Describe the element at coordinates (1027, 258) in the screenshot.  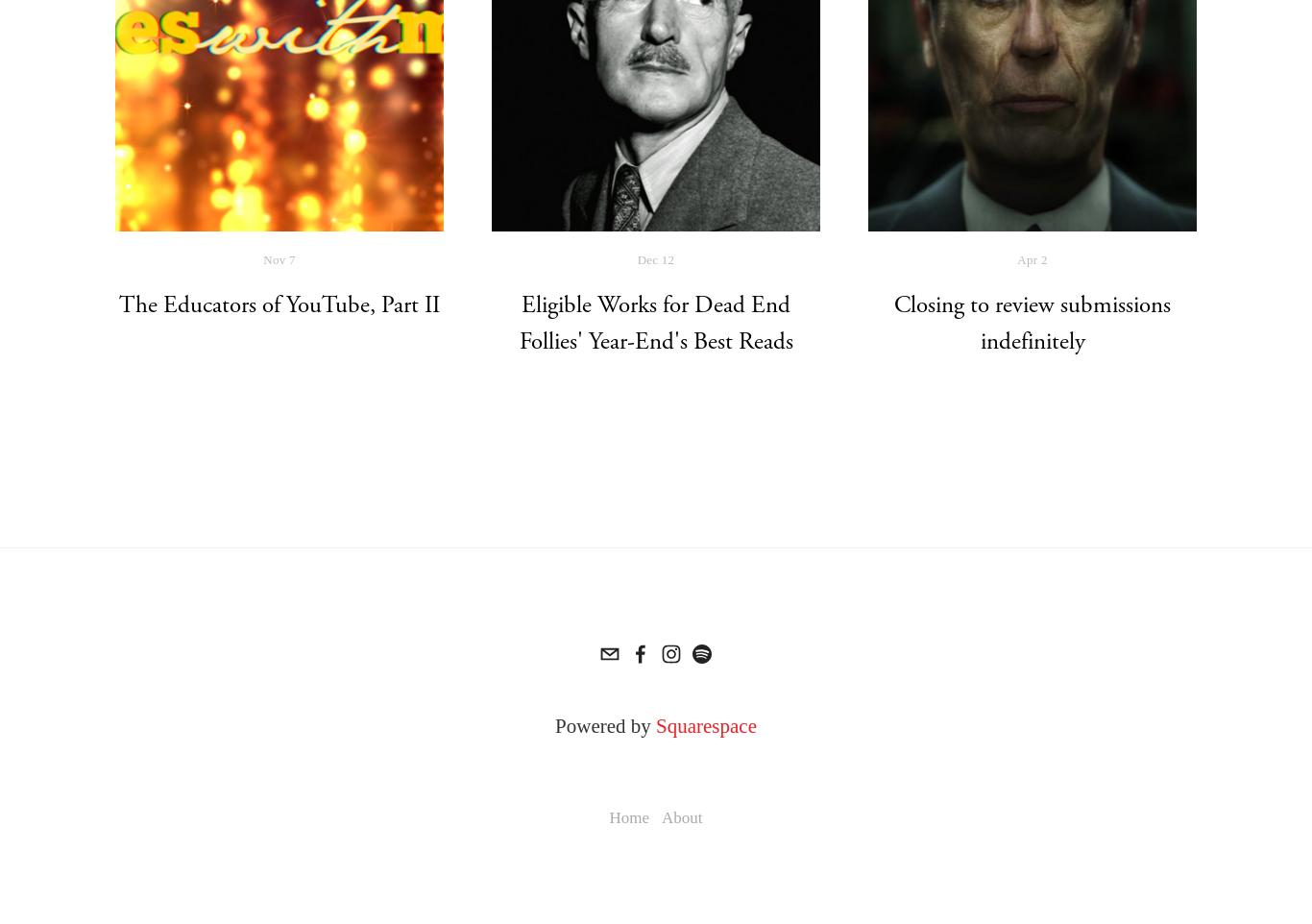
I see `'Apr'` at that location.